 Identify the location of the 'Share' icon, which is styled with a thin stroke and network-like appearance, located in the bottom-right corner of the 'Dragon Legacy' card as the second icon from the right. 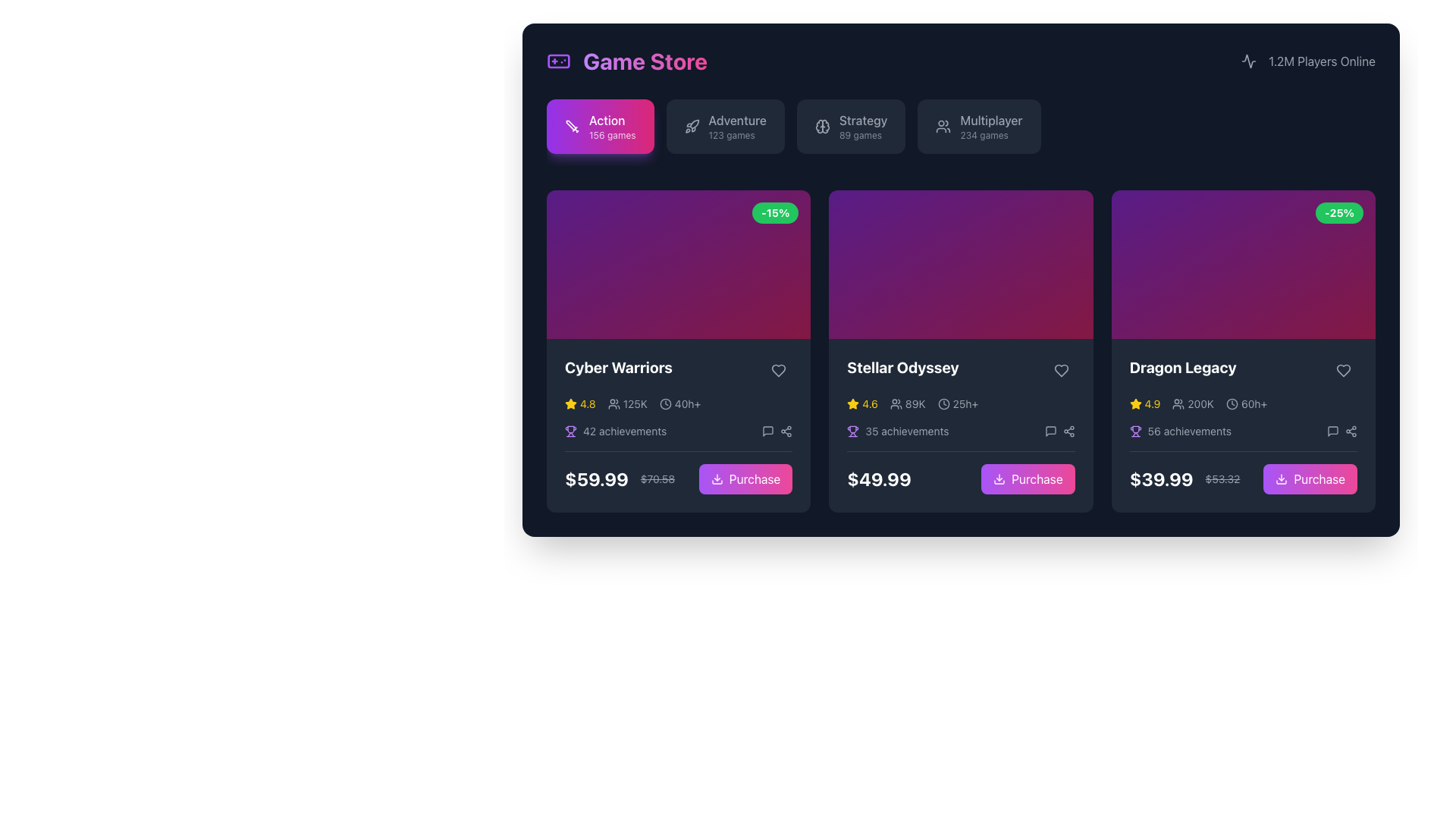
(1068, 431).